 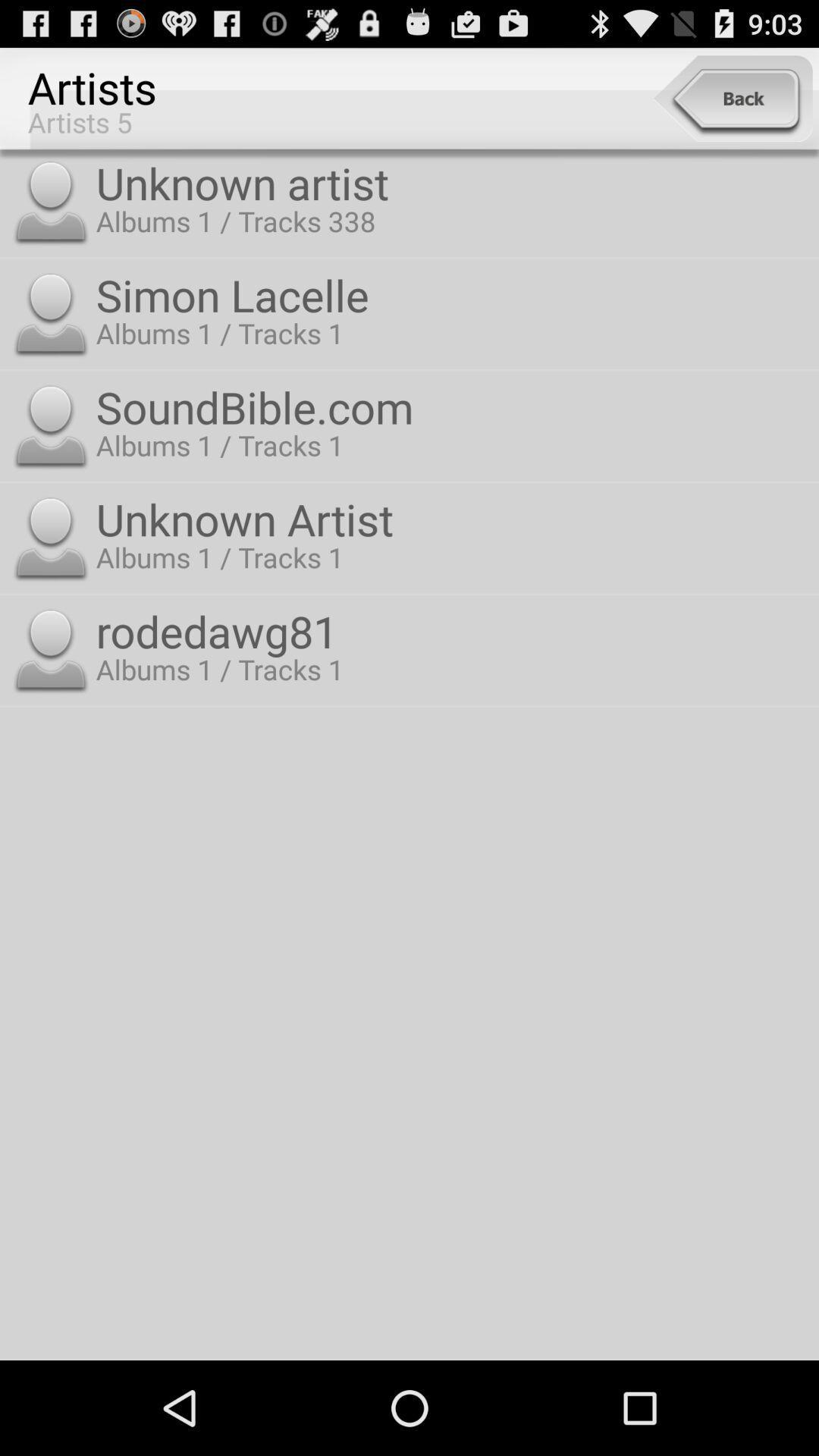 I want to click on the app above the unknown artist icon, so click(x=732, y=98).